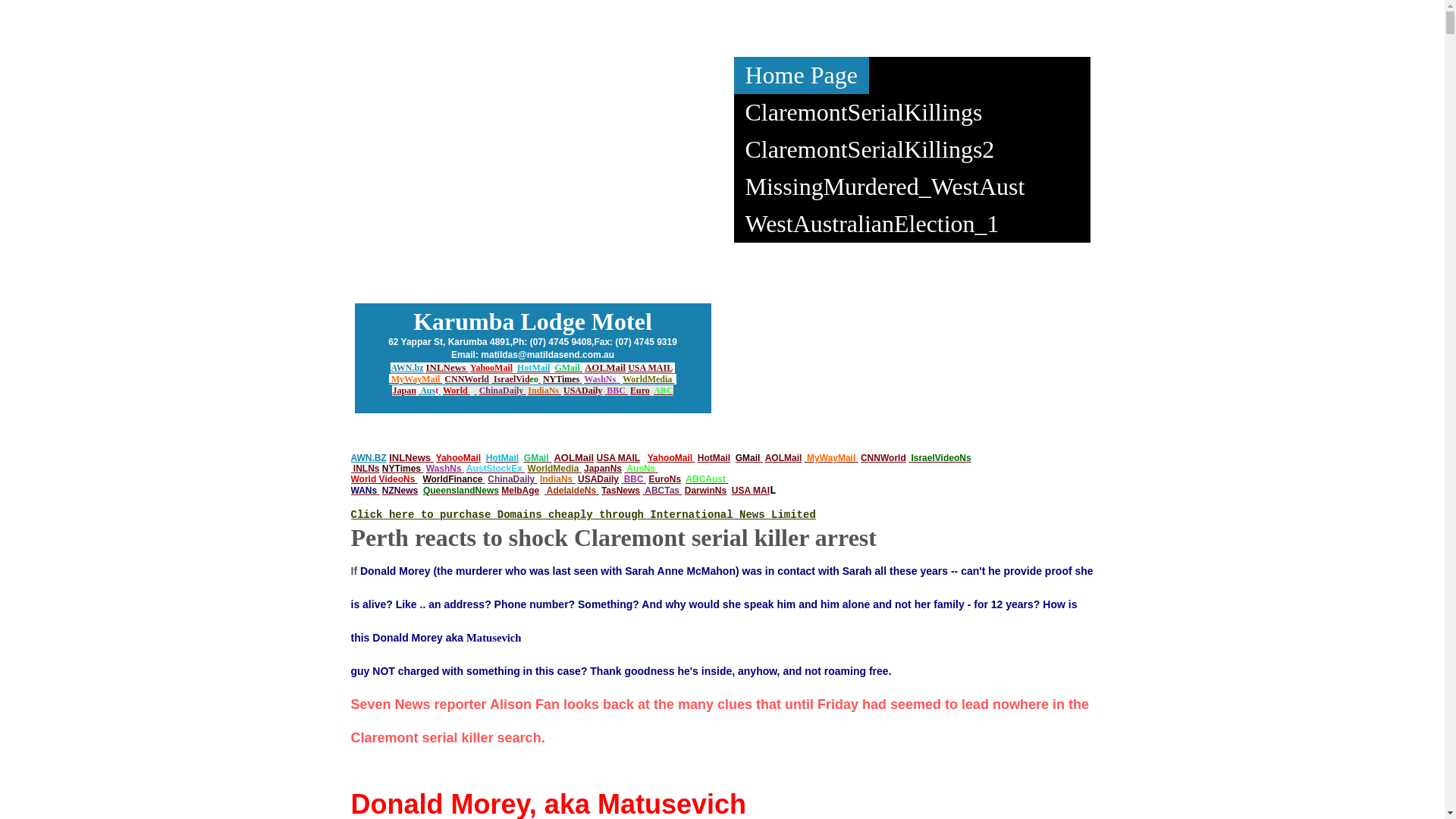 The height and width of the screenshot is (819, 1456). Describe the element at coordinates (491, 367) in the screenshot. I see `'YahooMail'` at that location.